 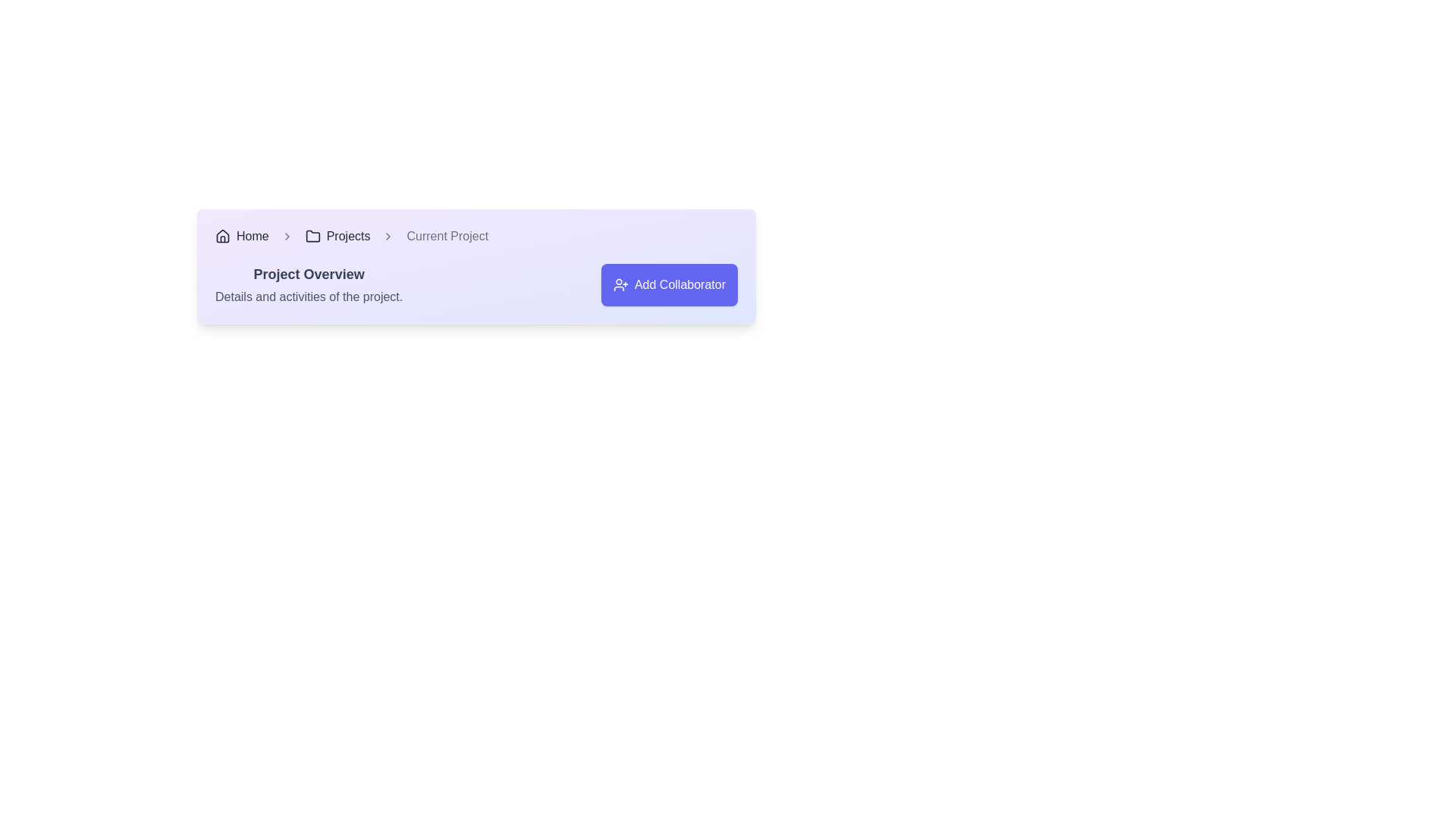 What do you see at coordinates (620, 284) in the screenshot?
I see `the 'Add Collaborator' icon` at bounding box center [620, 284].